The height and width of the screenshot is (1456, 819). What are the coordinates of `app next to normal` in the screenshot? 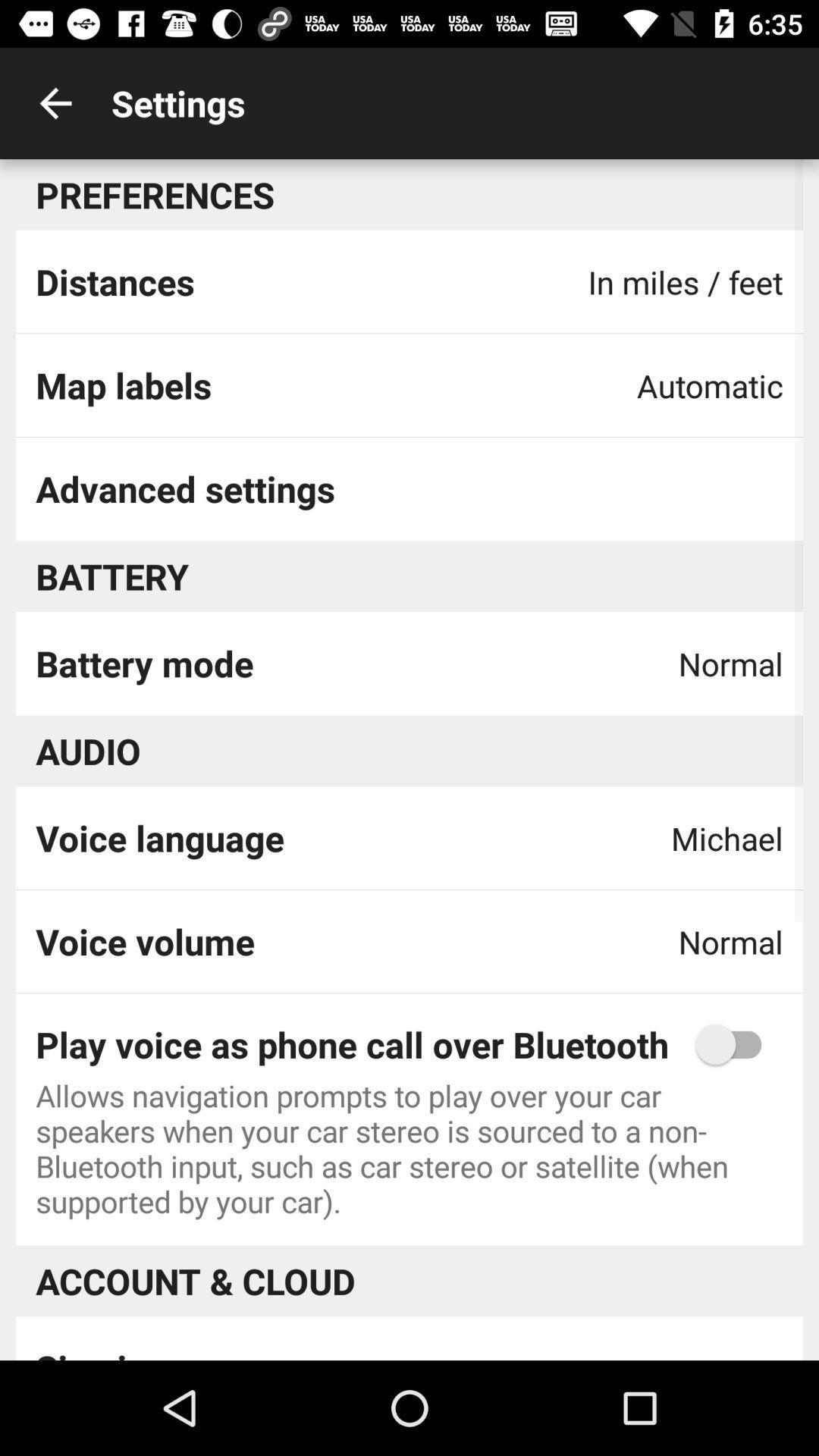 It's located at (145, 940).